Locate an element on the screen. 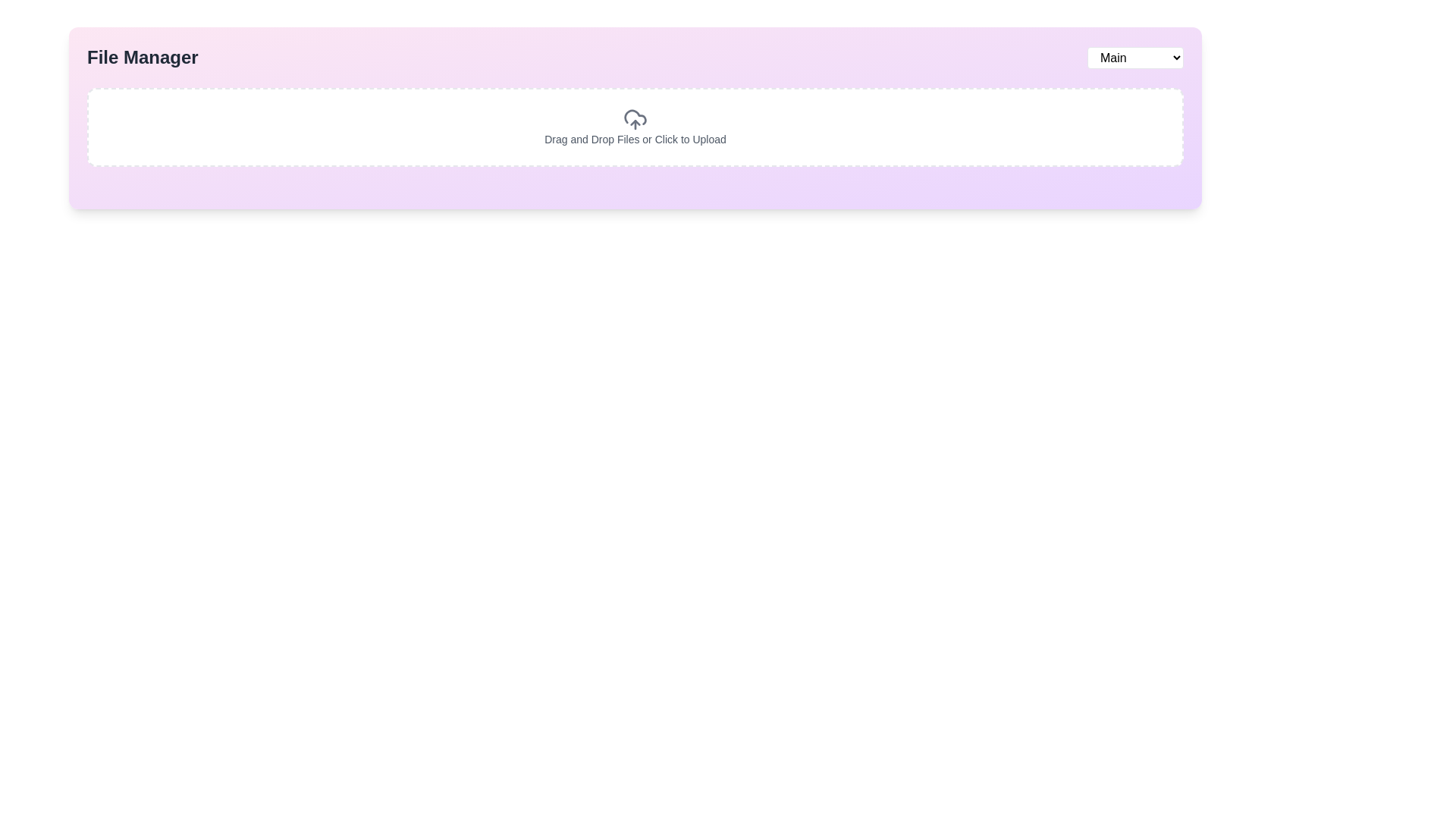  the area surrounding the cloud upload icon located at the center of the 'Drag and Drop Files or Click to Upload' box to initiate the upload process is located at coordinates (635, 119).